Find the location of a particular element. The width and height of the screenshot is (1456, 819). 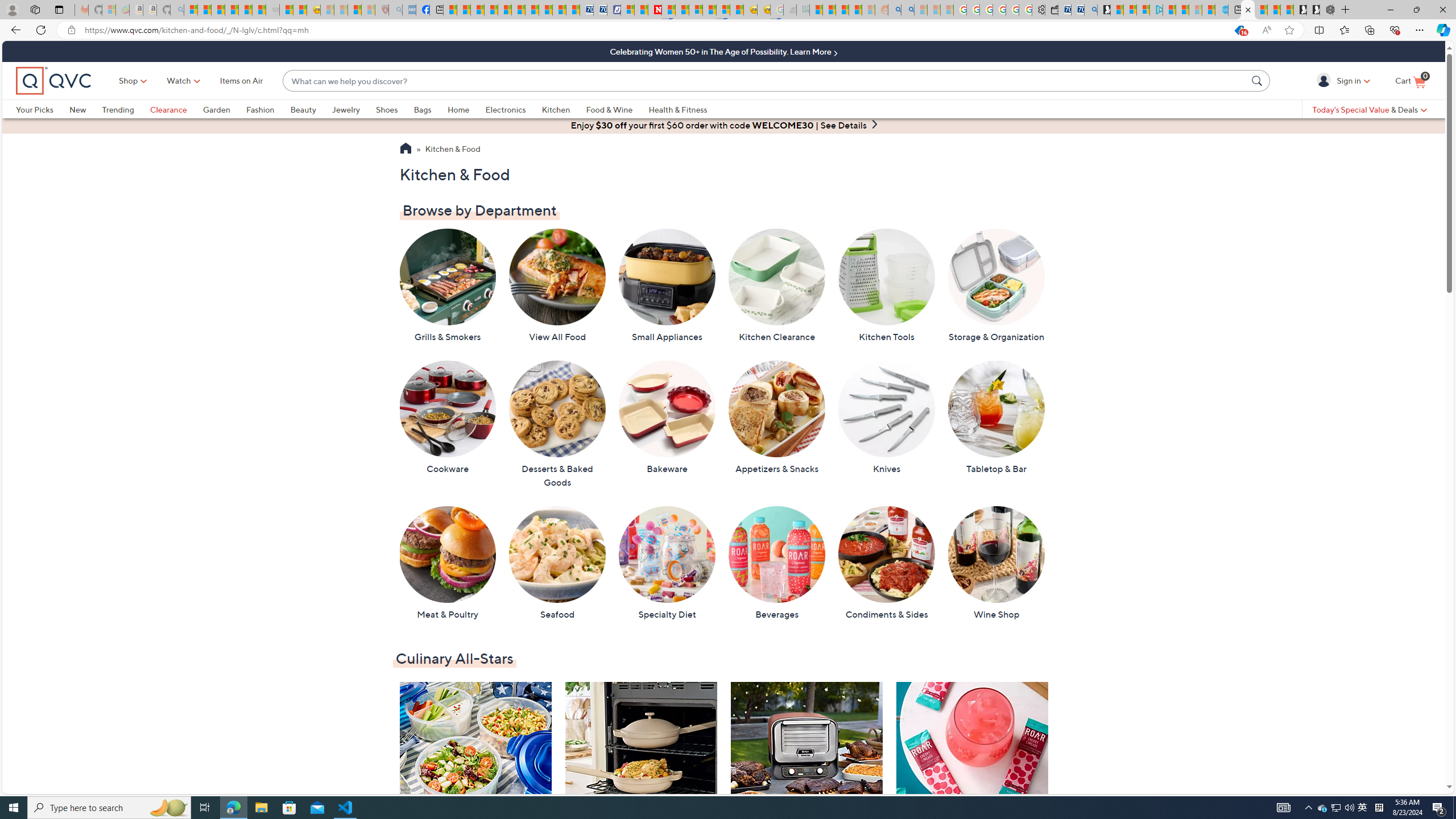

'Garden' is located at coordinates (216, 109).